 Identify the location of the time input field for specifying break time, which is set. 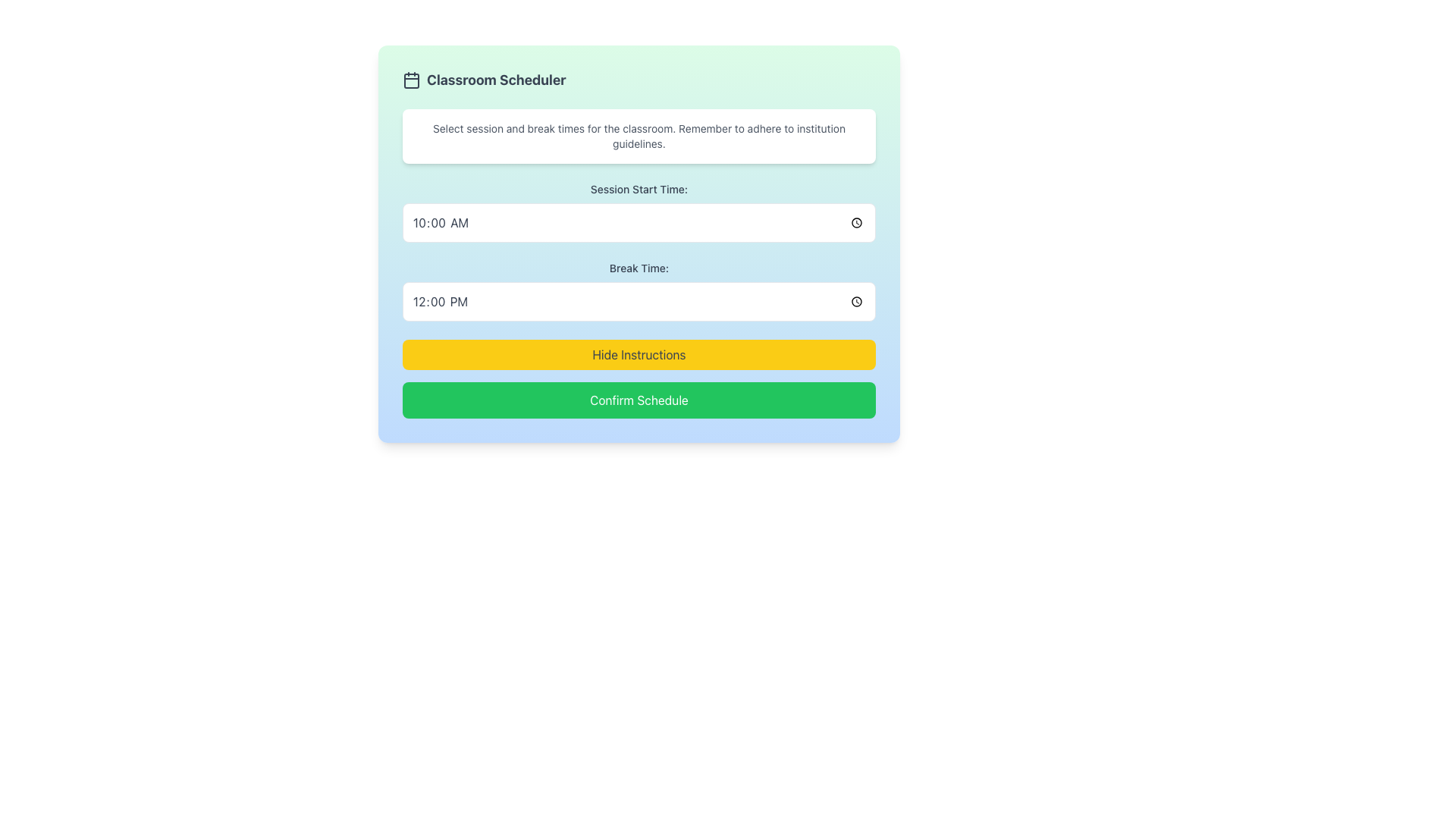
(639, 301).